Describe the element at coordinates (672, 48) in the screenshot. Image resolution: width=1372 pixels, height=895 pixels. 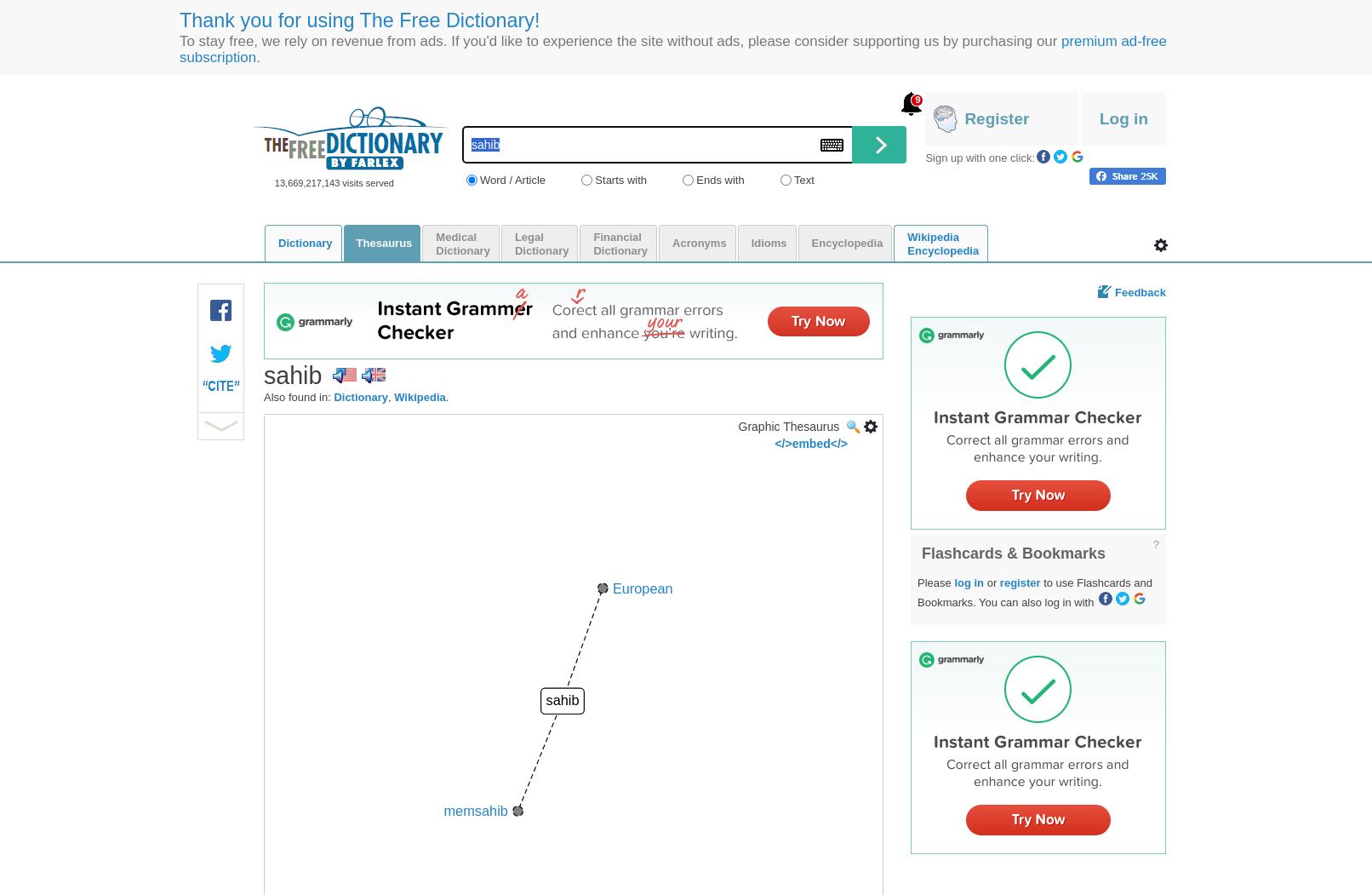
I see `'premium ad-free subscription'` at that location.